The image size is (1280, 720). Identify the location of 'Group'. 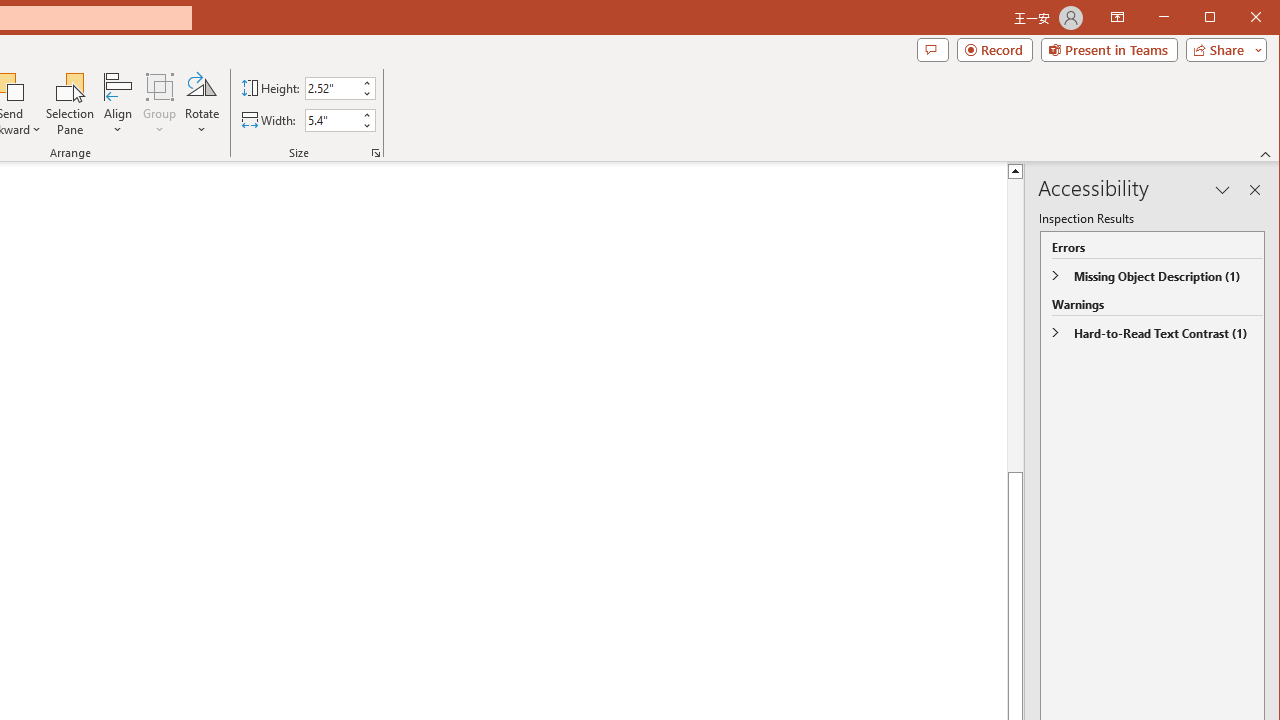
(160, 104).